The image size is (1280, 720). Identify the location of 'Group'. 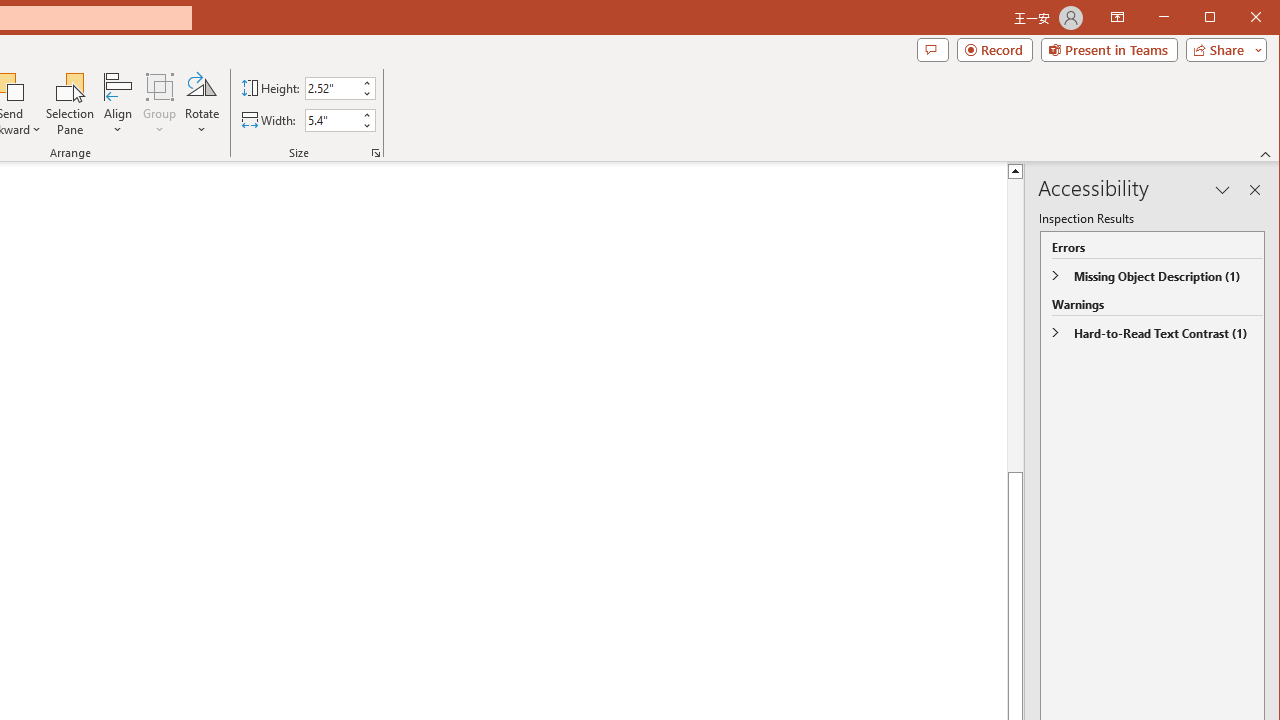
(160, 104).